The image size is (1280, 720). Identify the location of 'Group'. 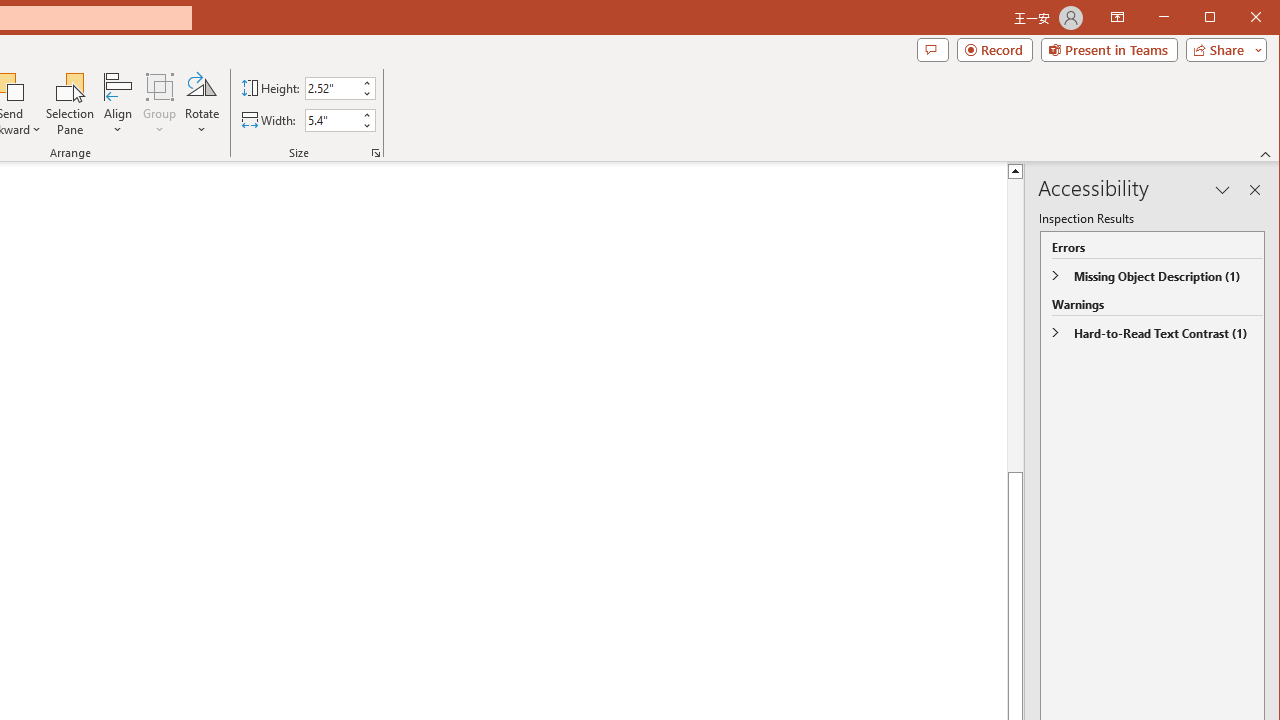
(160, 104).